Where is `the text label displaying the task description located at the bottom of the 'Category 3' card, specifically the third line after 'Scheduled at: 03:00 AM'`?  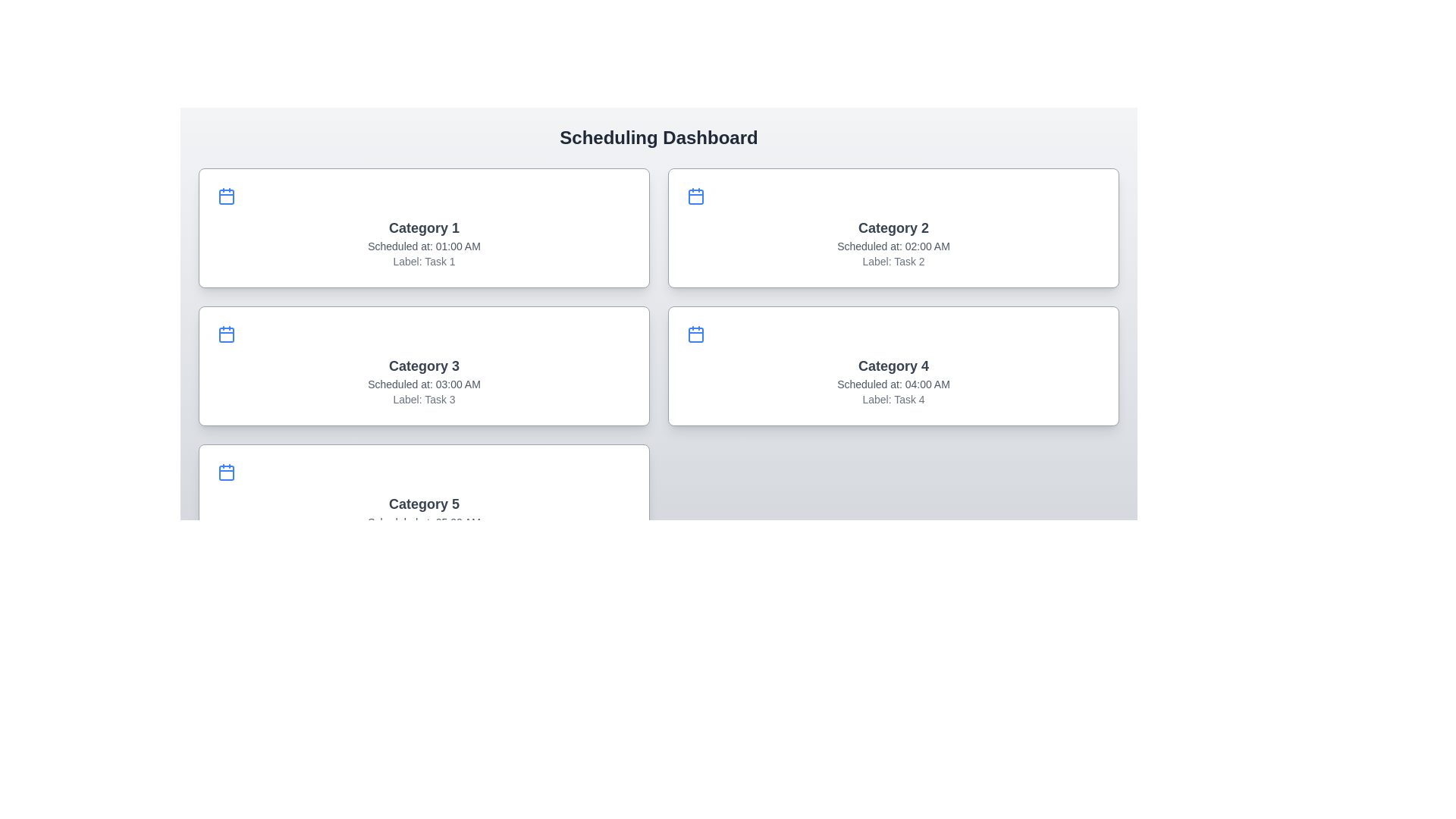
the text label displaying the task description located at the bottom of the 'Category 3' card, specifically the third line after 'Scheduled at: 03:00 AM' is located at coordinates (424, 399).